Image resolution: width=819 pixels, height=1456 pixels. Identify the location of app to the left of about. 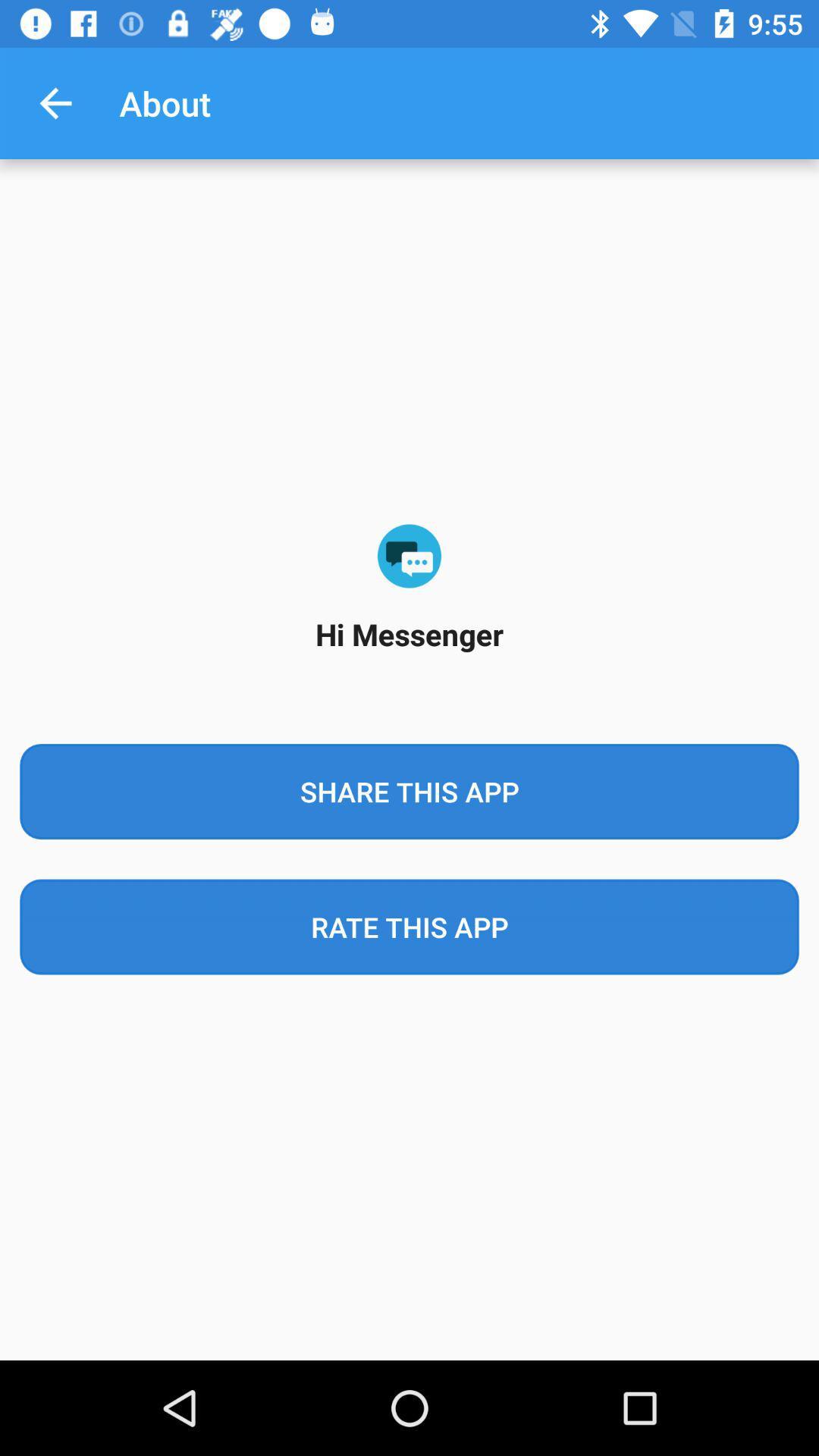
(55, 102).